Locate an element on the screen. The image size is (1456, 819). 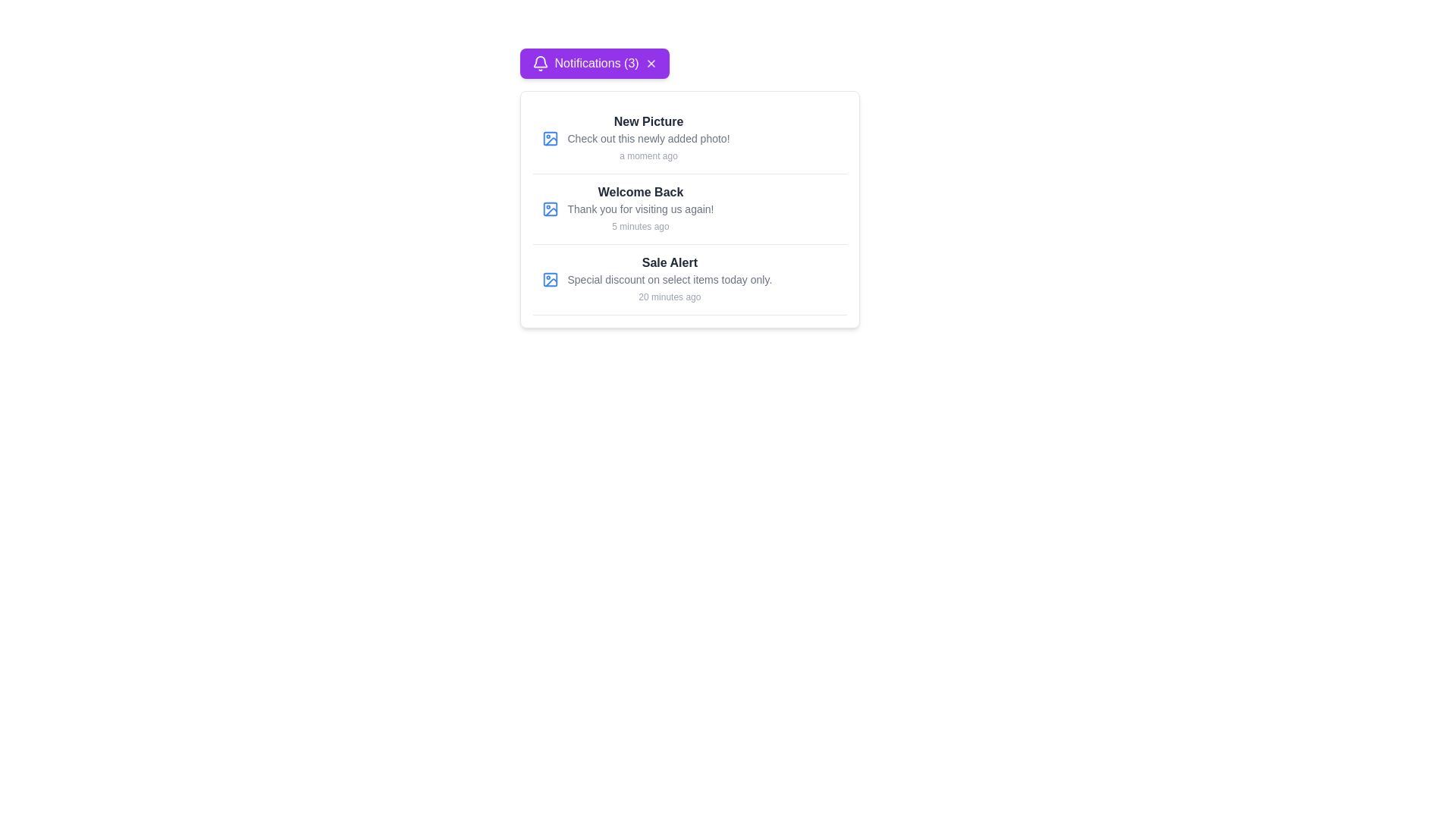
the bell icon on the left side of the 'Notifications (3)' button within the purple header of the notification panel is located at coordinates (540, 63).